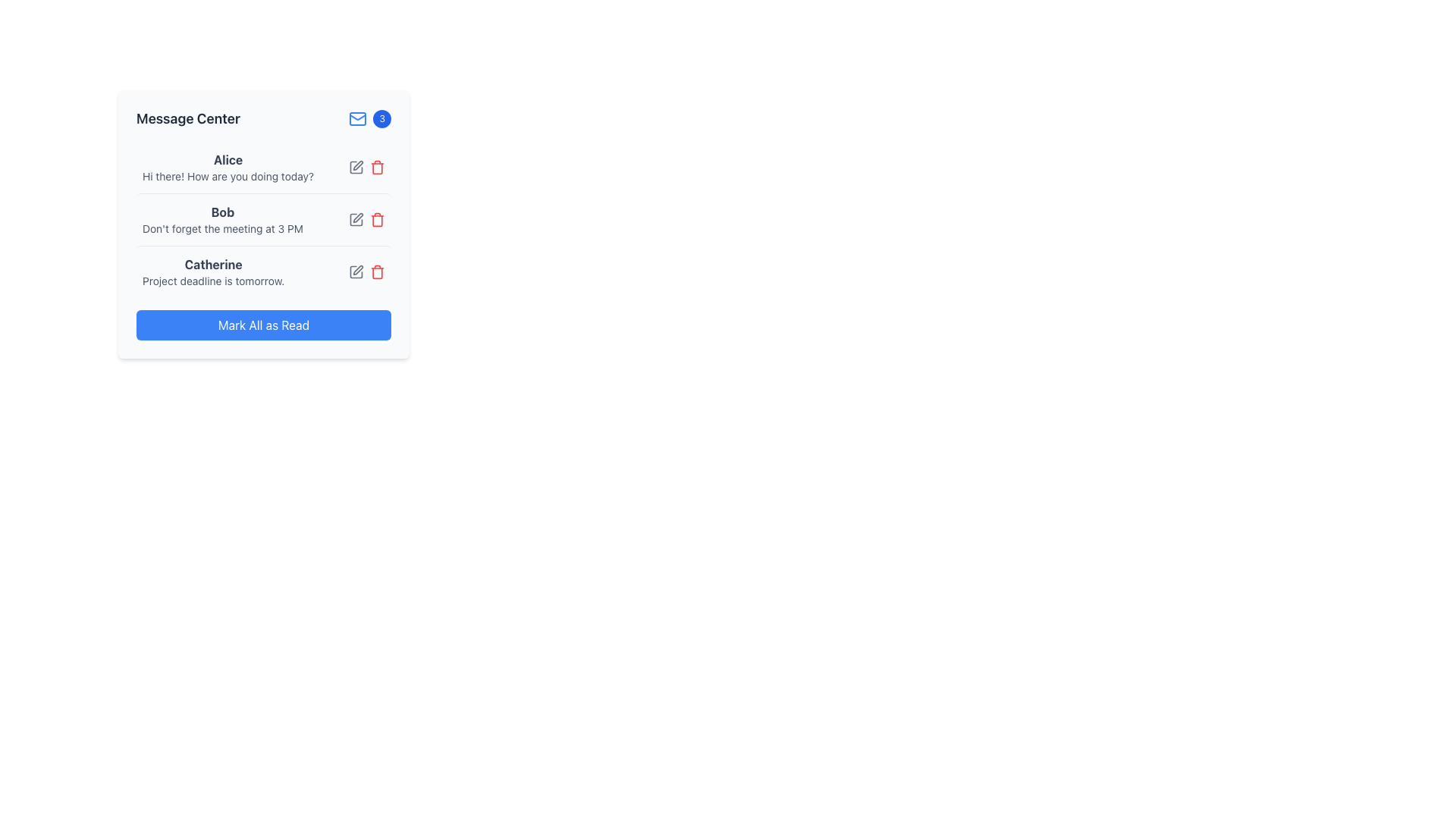 The height and width of the screenshot is (819, 1456). Describe the element at coordinates (187, 118) in the screenshot. I see `the 'Message Center' text heading, which is styled in bold and larger size, located on the left side of the header bar of a card-like component` at that location.